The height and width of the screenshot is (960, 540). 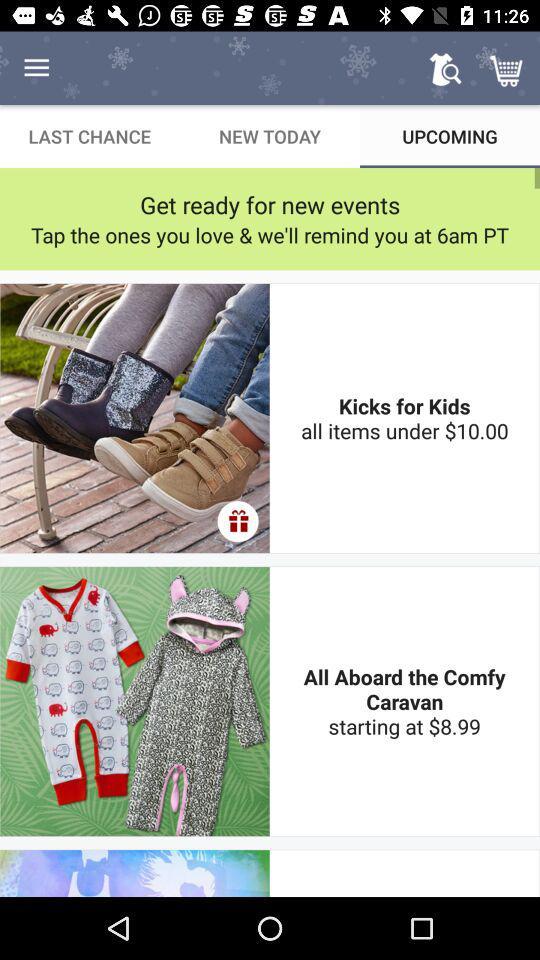 What do you see at coordinates (404, 417) in the screenshot?
I see `icon below the tap the ones item` at bounding box center [404, 417].